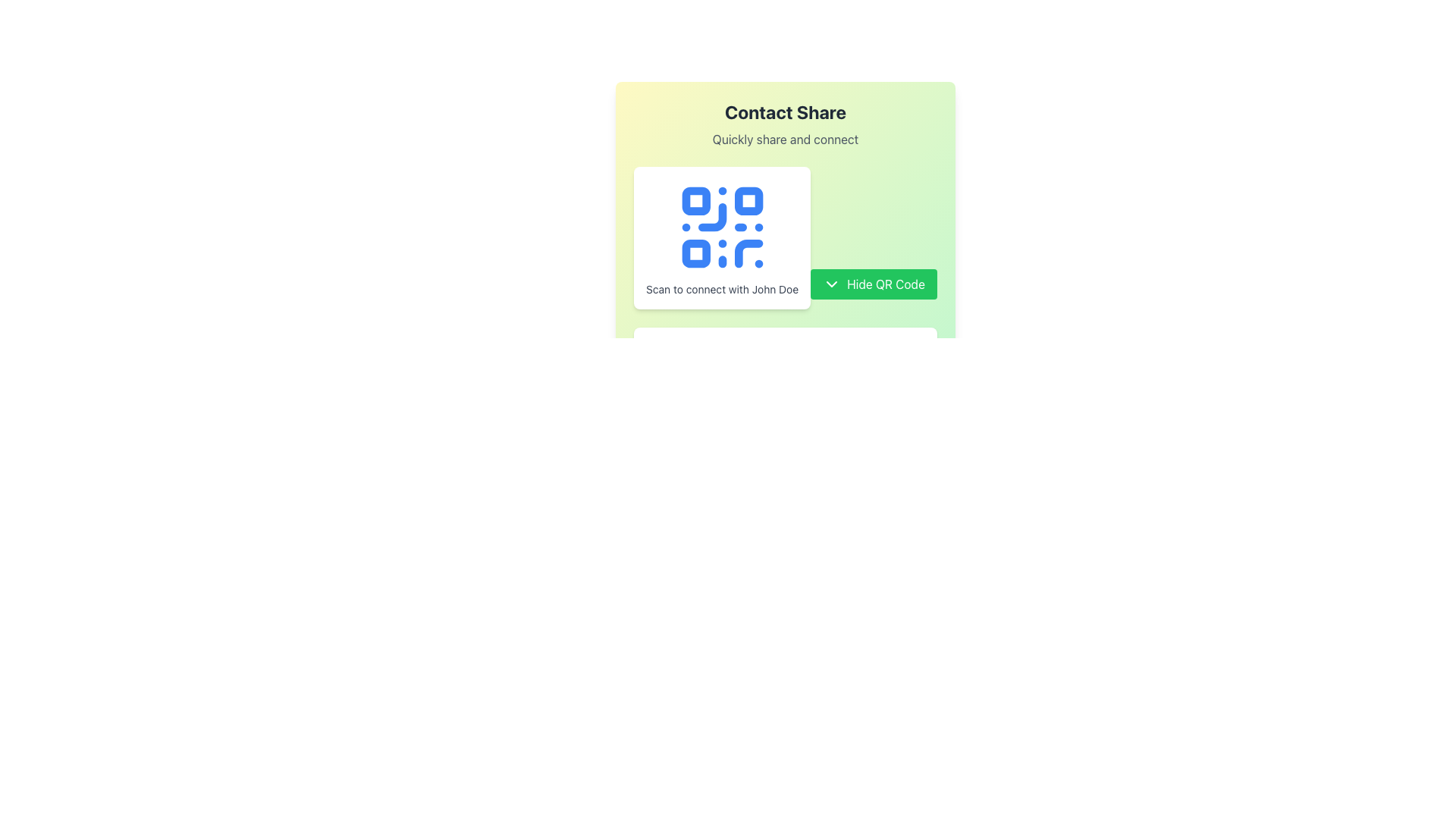 The image size is (1456, 819). Describe the element at coordinates (721, 289) in the screenshot. I see `the static text element located within a white rectangular card at the bottom, centered horizontally, directly beneath a blue QR code icon` at that location.